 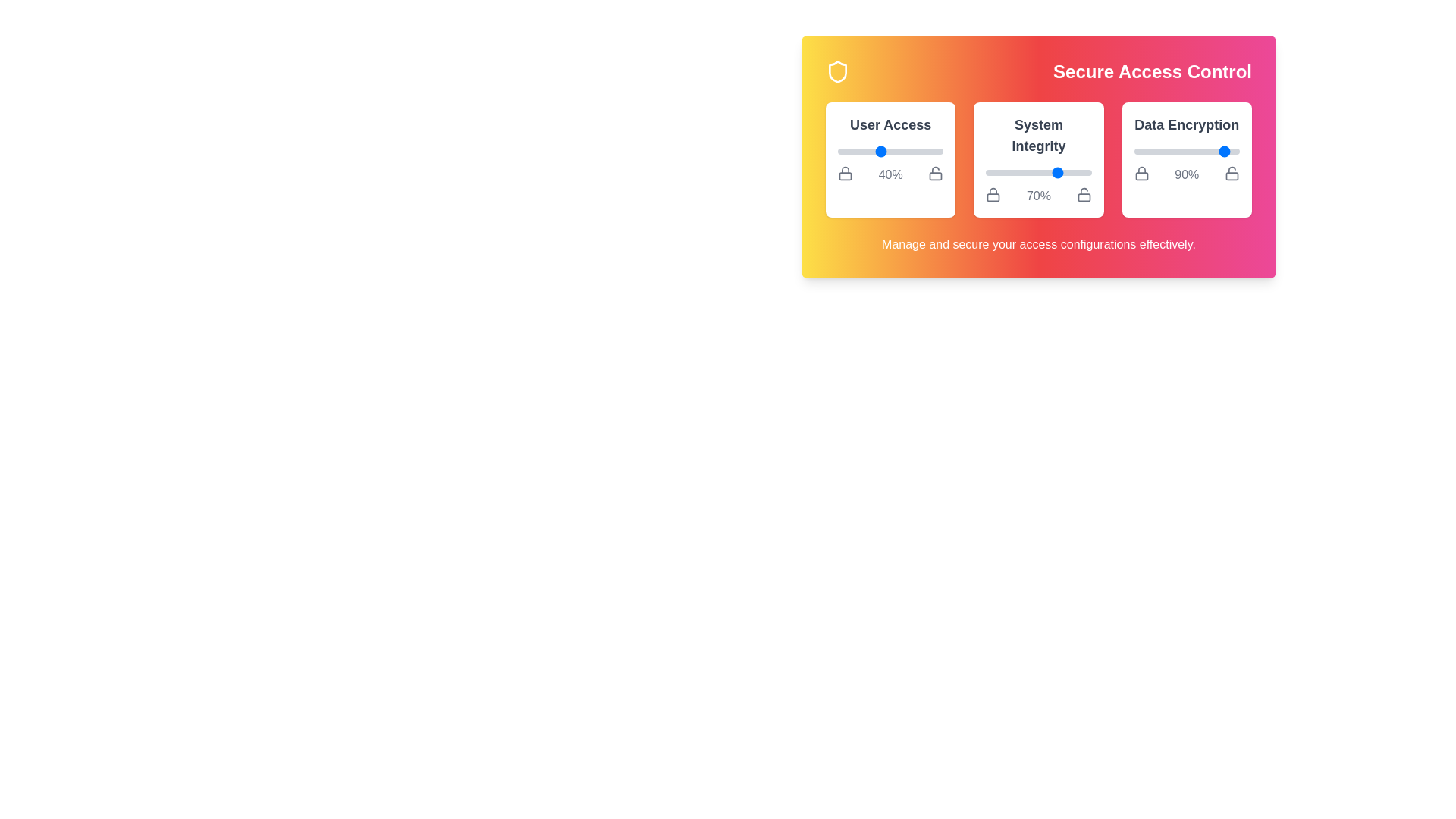 I want to click on the Unlock icon to observe its interaction, so click(x=934, y=172).